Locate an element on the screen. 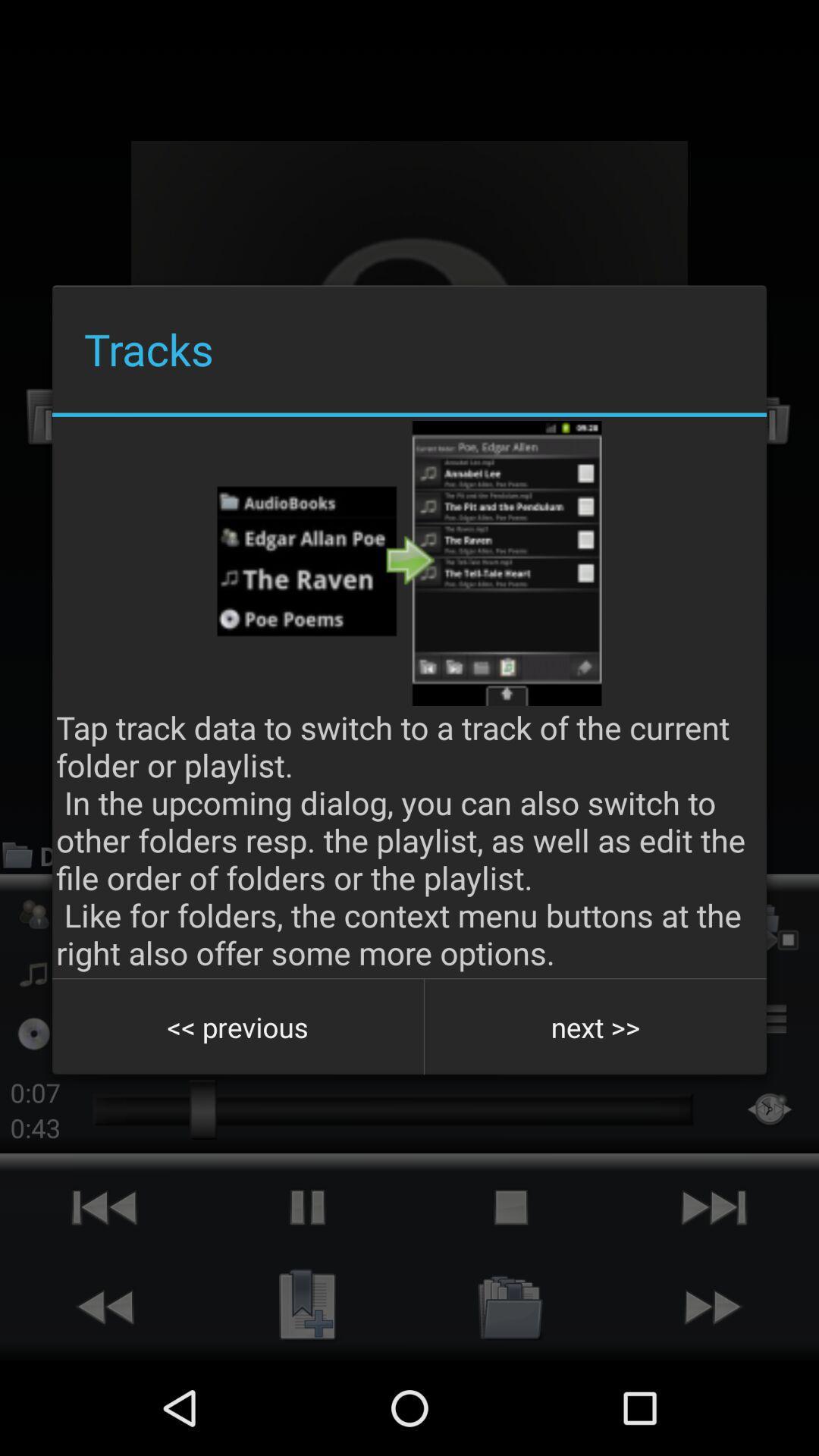 The width and height of the screenshot is (819, 1456). the icon below the tap track data is located at coordinates (237, 1027).